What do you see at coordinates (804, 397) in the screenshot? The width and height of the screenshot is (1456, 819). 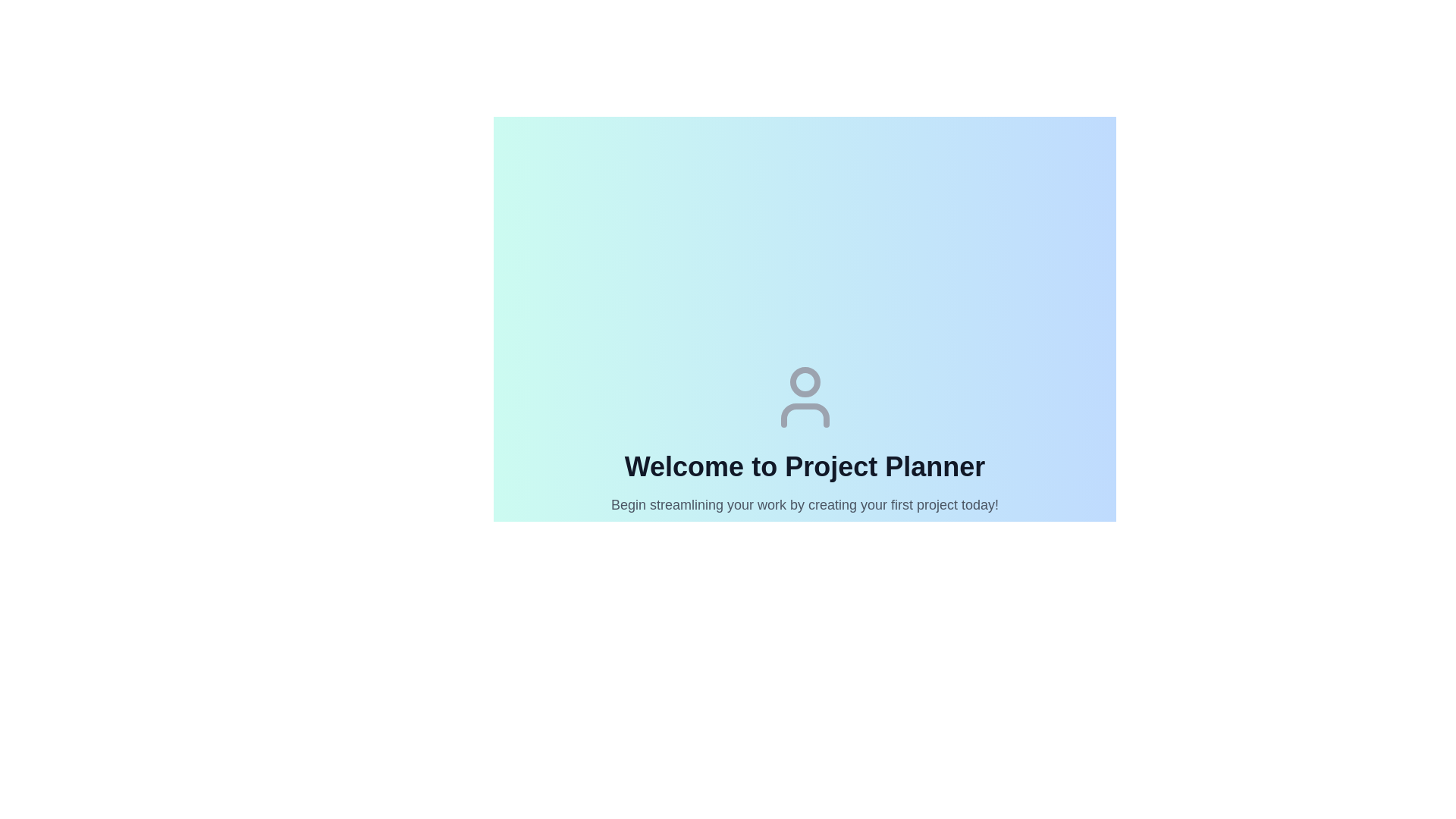 I see `the decorative user icon representing the user profile, located above the title text 'Welcome to Project Planner'` at bounding box center [804, 397].